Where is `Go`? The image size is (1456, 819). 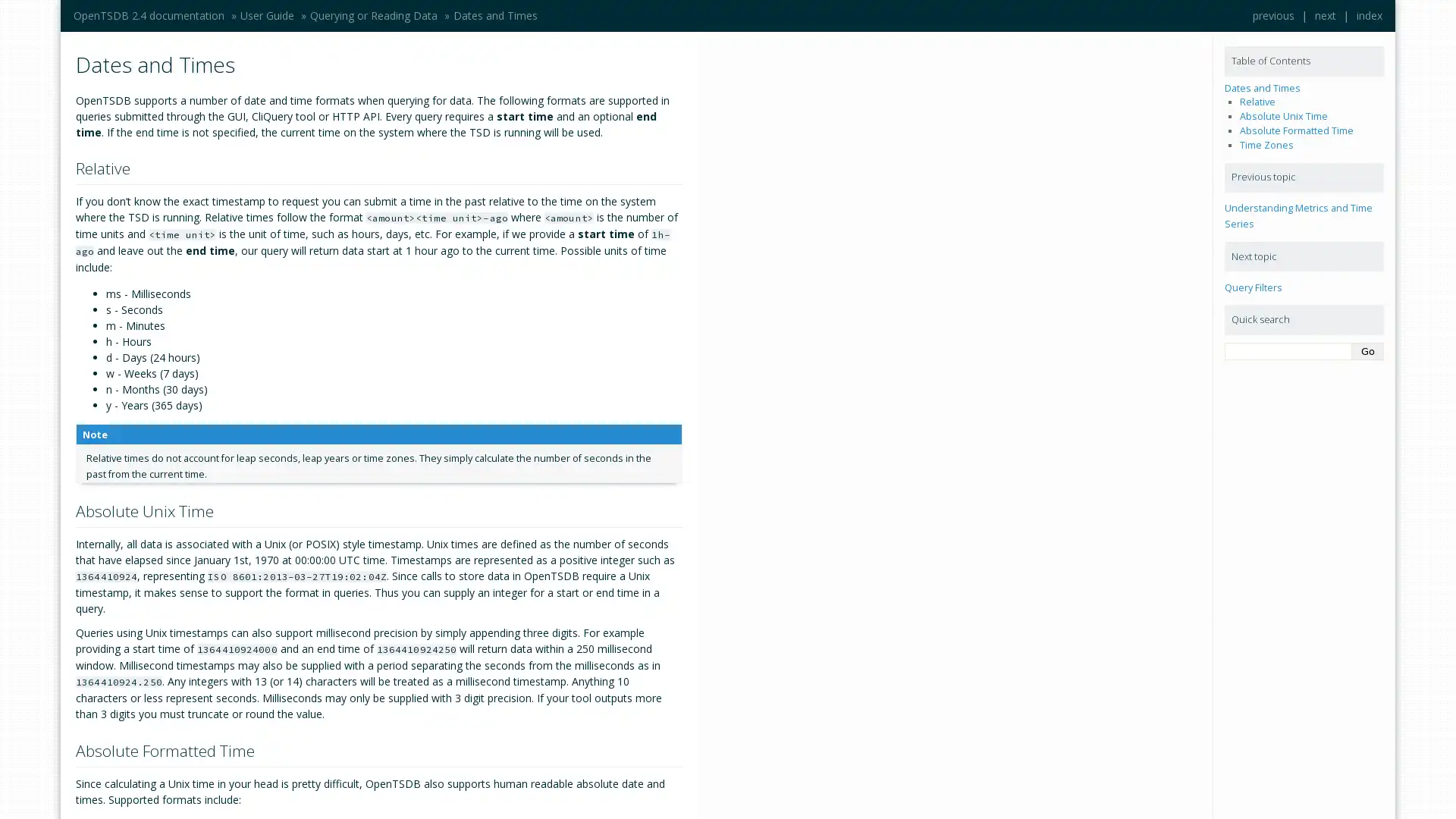 Go is located at coordinates (1368, 350).